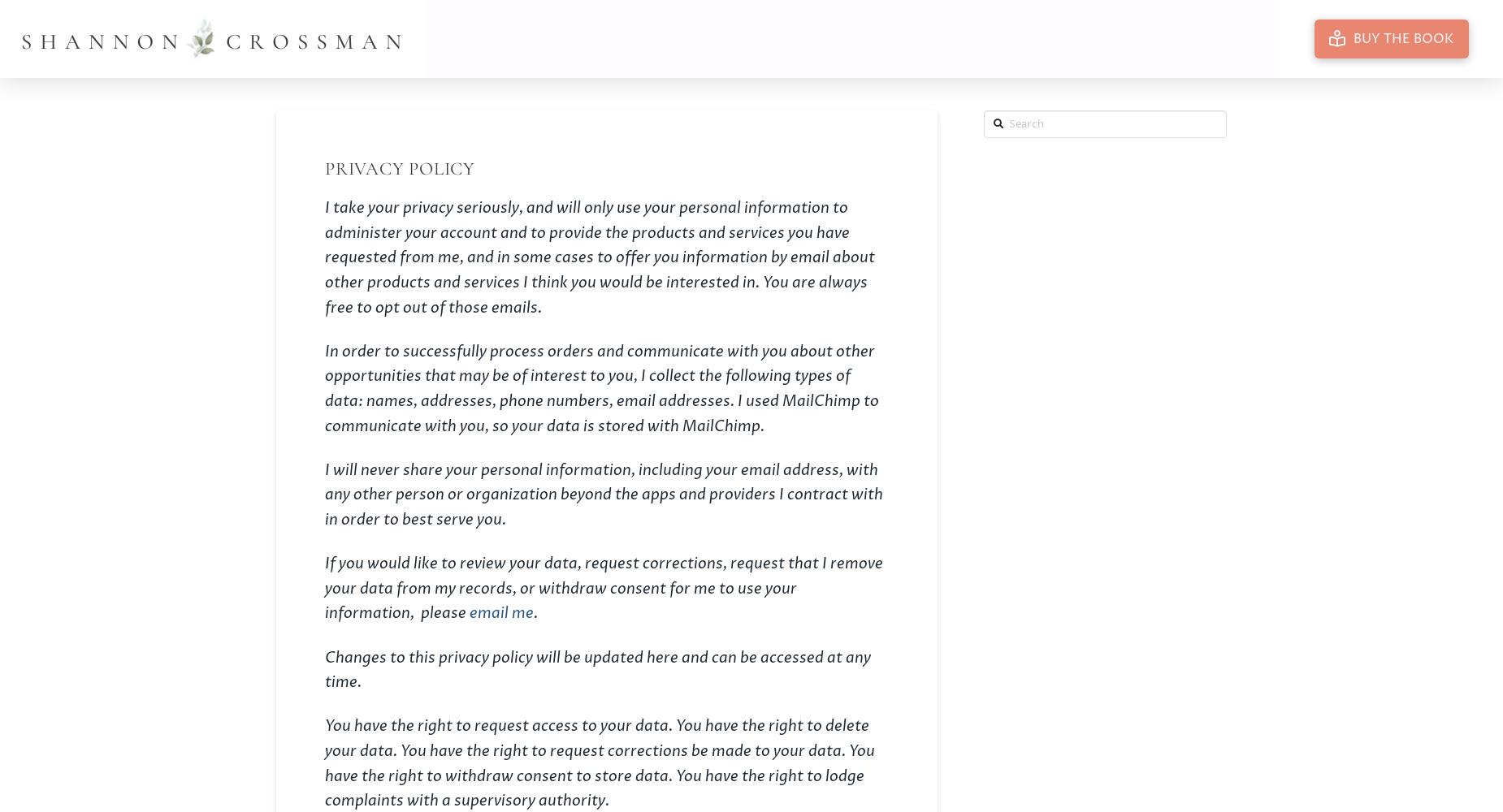 The height and width of the screenshot is (812, 1503). Describe the element at coordinates (535, 613) in the screenshot. I see `'.'` at that location.